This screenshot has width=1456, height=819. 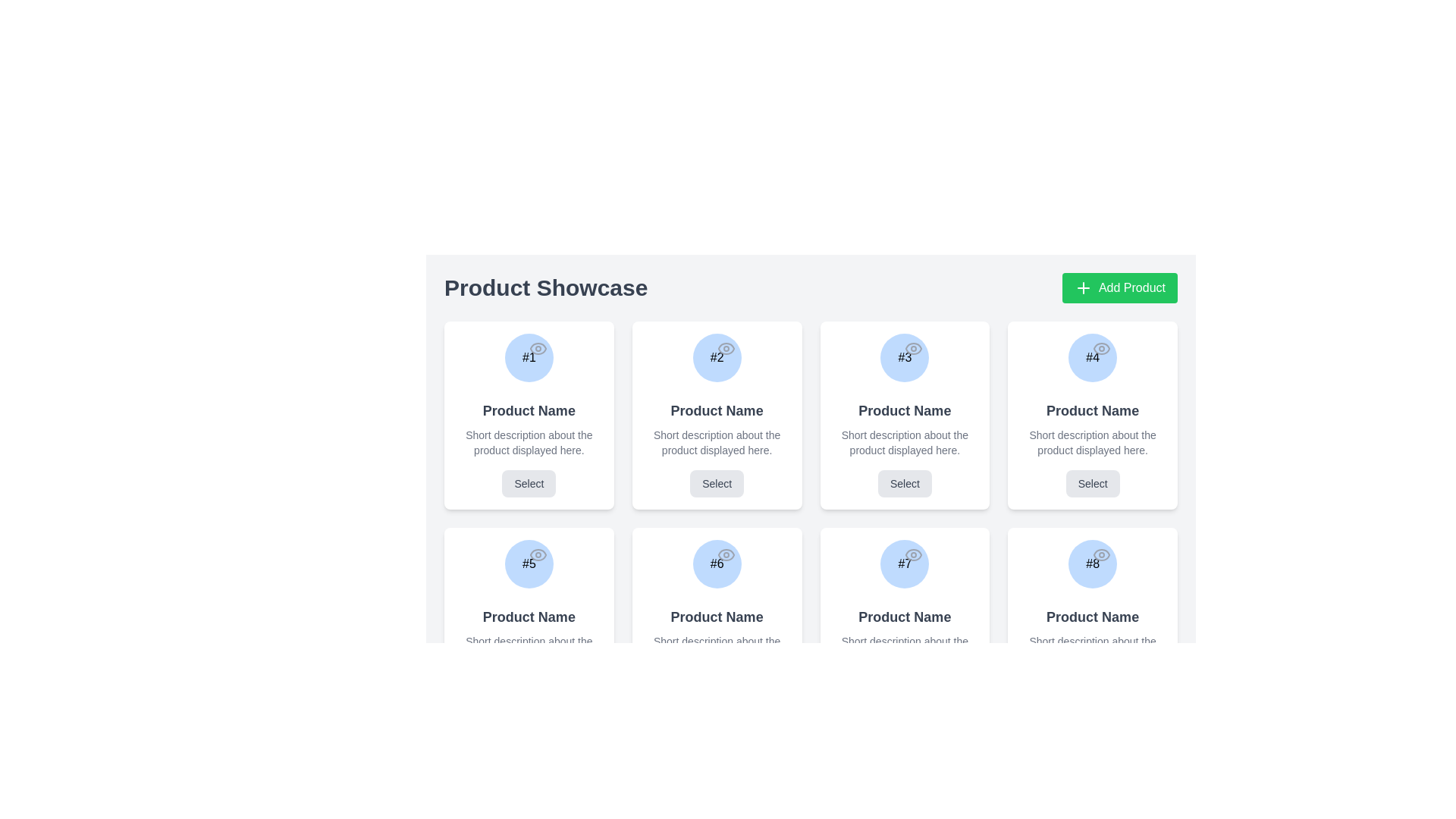 What do you see at coordinates (529, 690) in the screenshot?
I see `the button located at the bottom-center of the fifth product card` at bounding box center [529, 690].